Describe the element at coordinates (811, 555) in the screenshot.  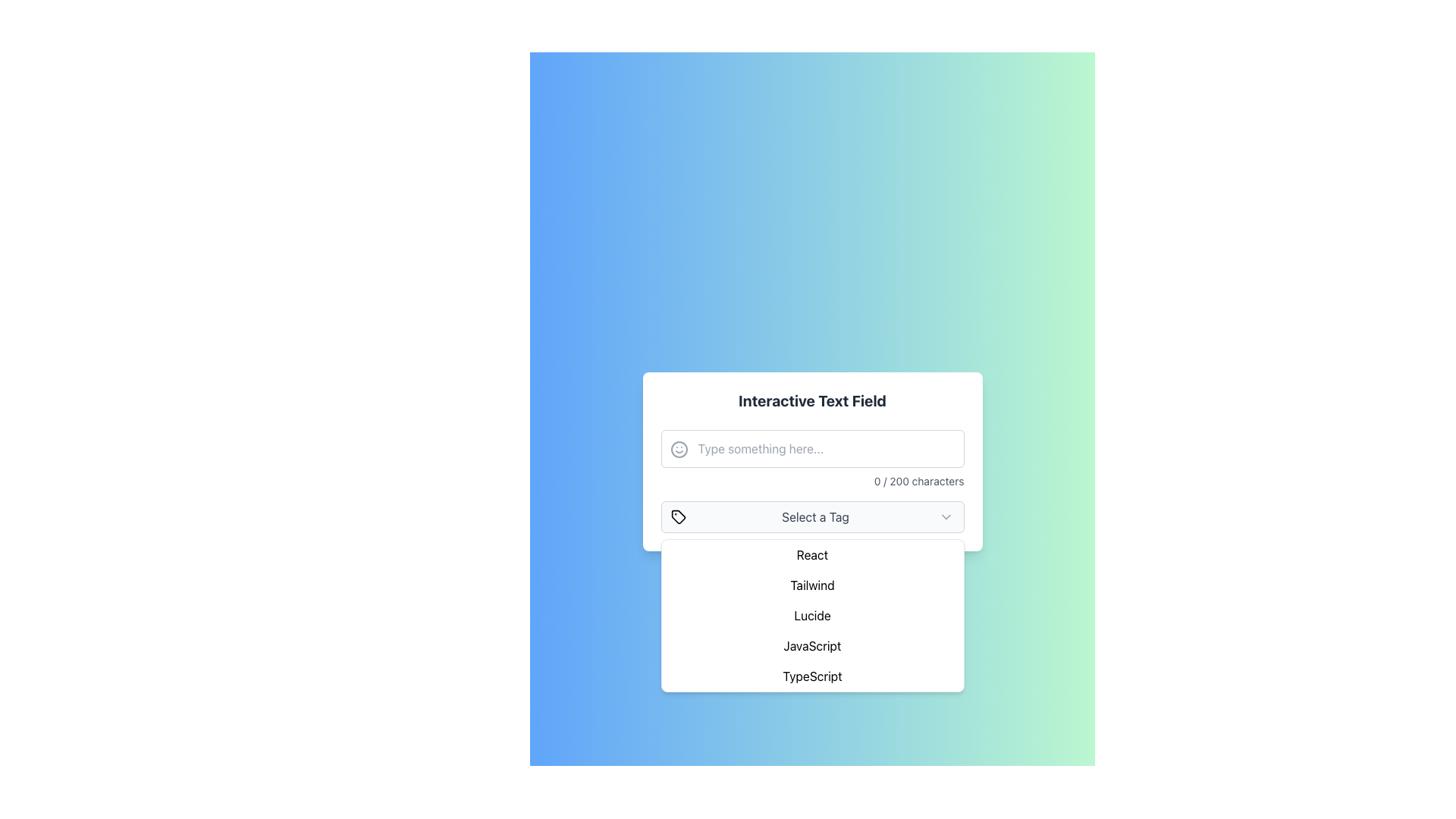
I see `on the first dropdown option labeled 'React'` at that location.